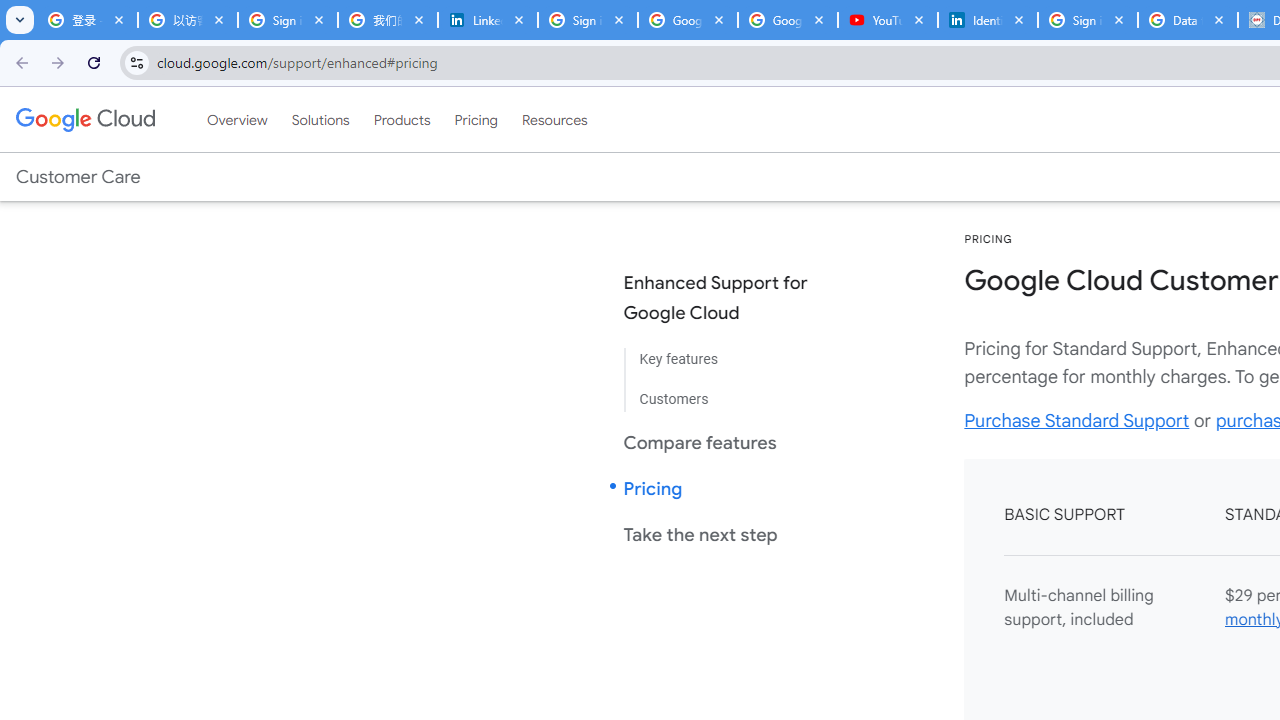 The width and height of the screenshot is (1280, 720). Describe the element at coordinates (287, 20) in the screenshot. I see `'Sign in - Google Accounts'` at that location.